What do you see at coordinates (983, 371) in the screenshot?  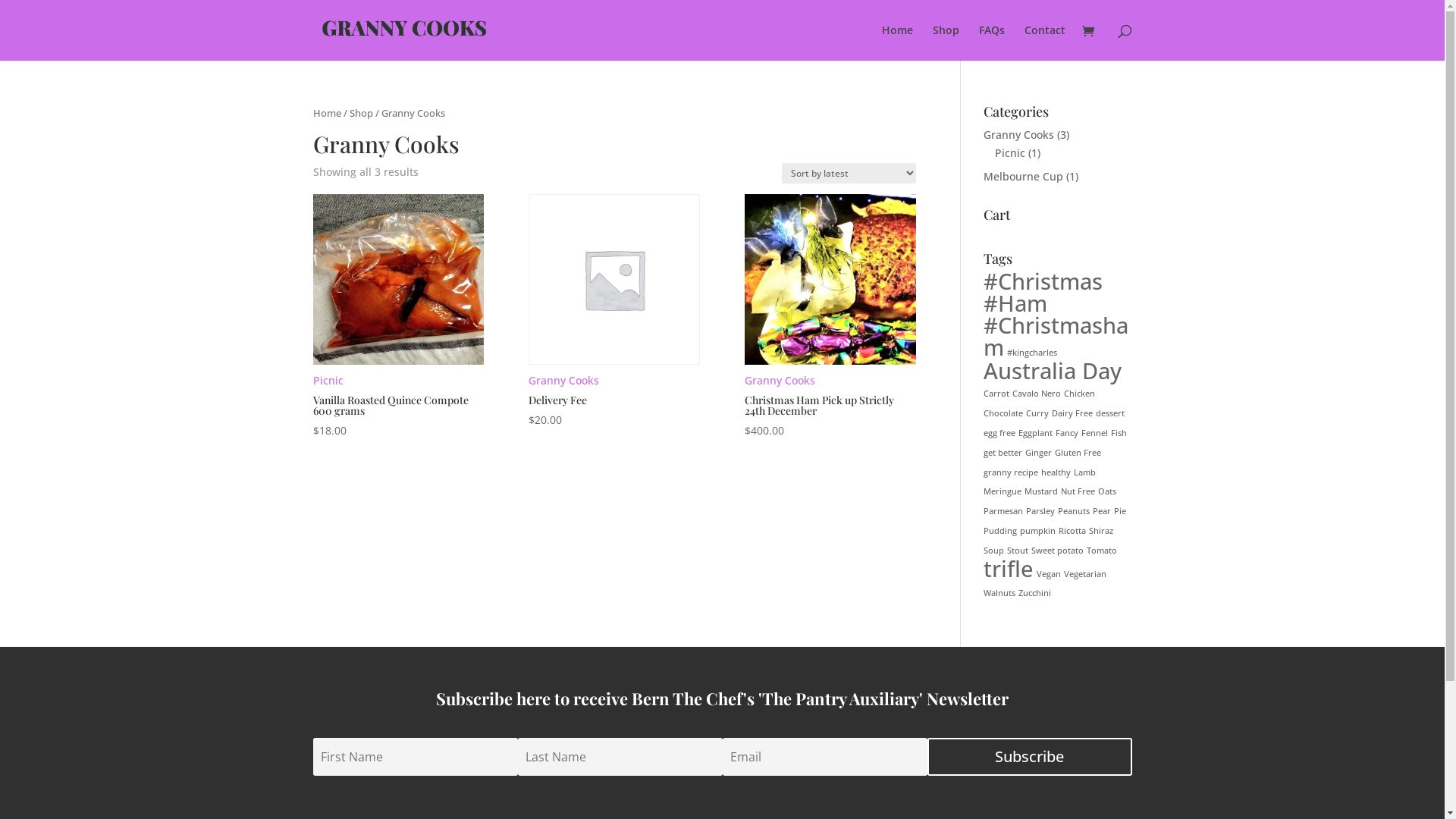 I see `'Australia Day'` at bounding box center [983, 371].